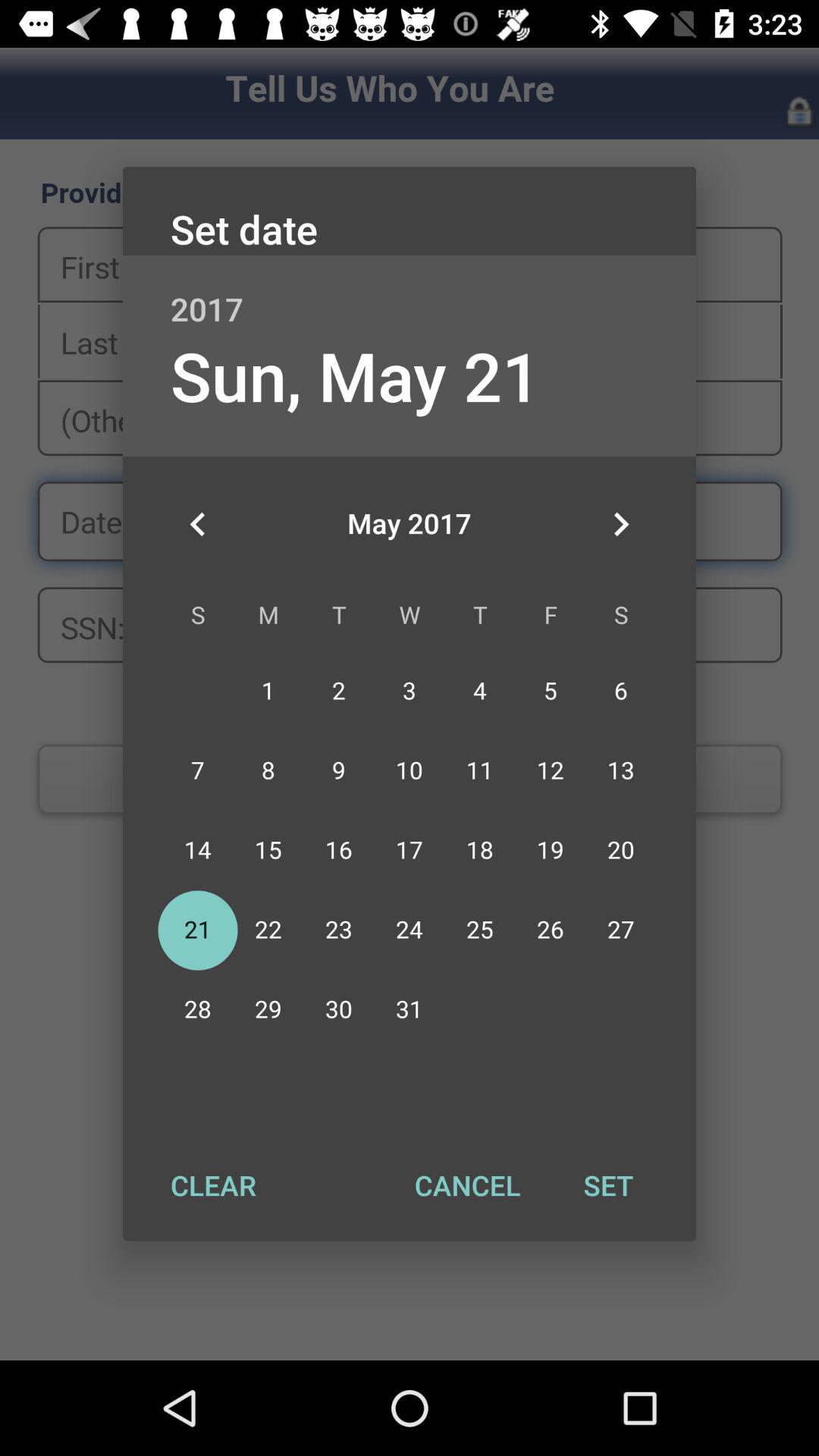  What do you see at coordinates (356, 375) in the screenshot?
I see `the sun, may 21 icon` at bounding box center [356, 375].